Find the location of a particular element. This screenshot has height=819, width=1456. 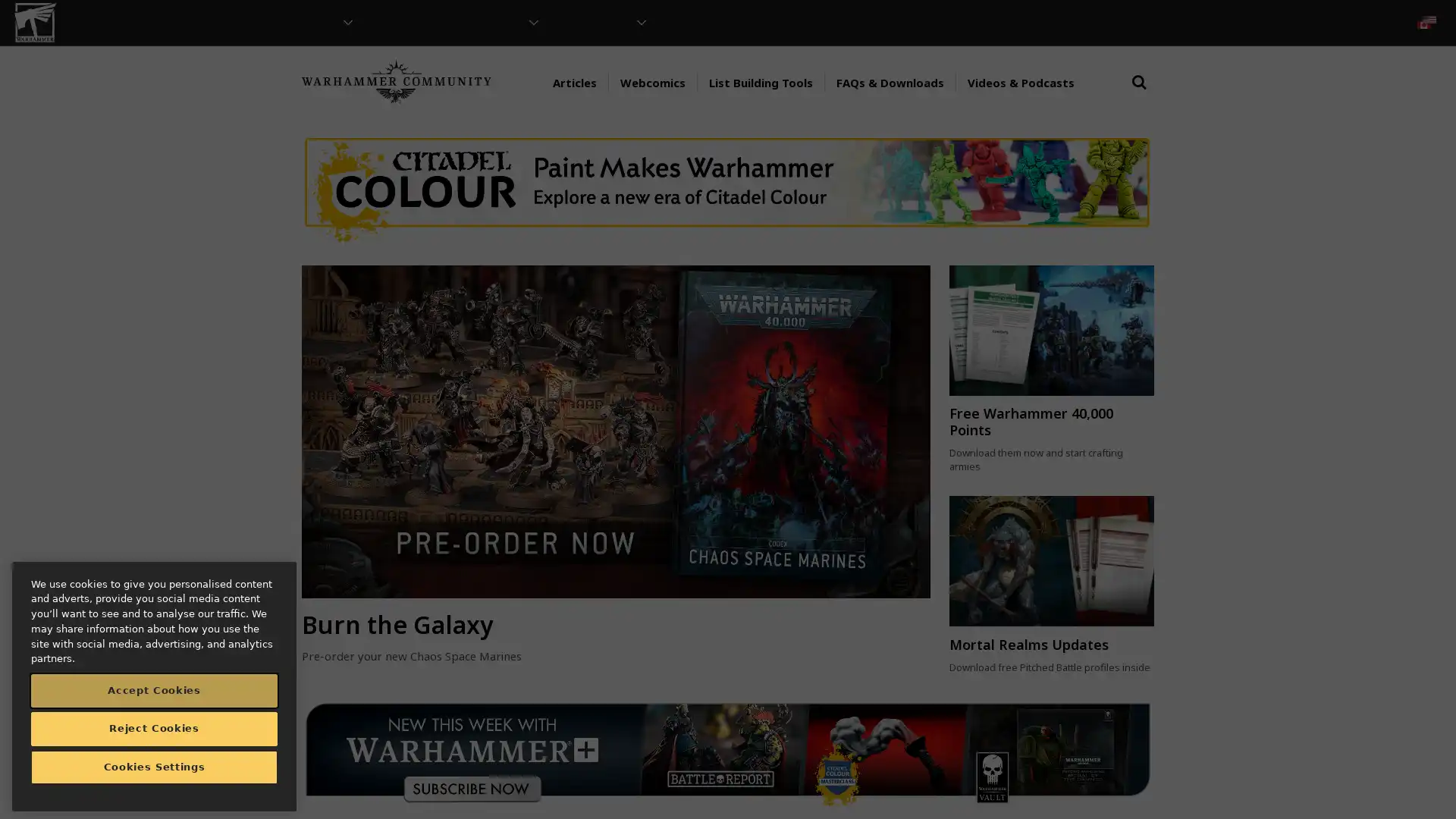

Reject Cookies is located at coordinates (154, 727).